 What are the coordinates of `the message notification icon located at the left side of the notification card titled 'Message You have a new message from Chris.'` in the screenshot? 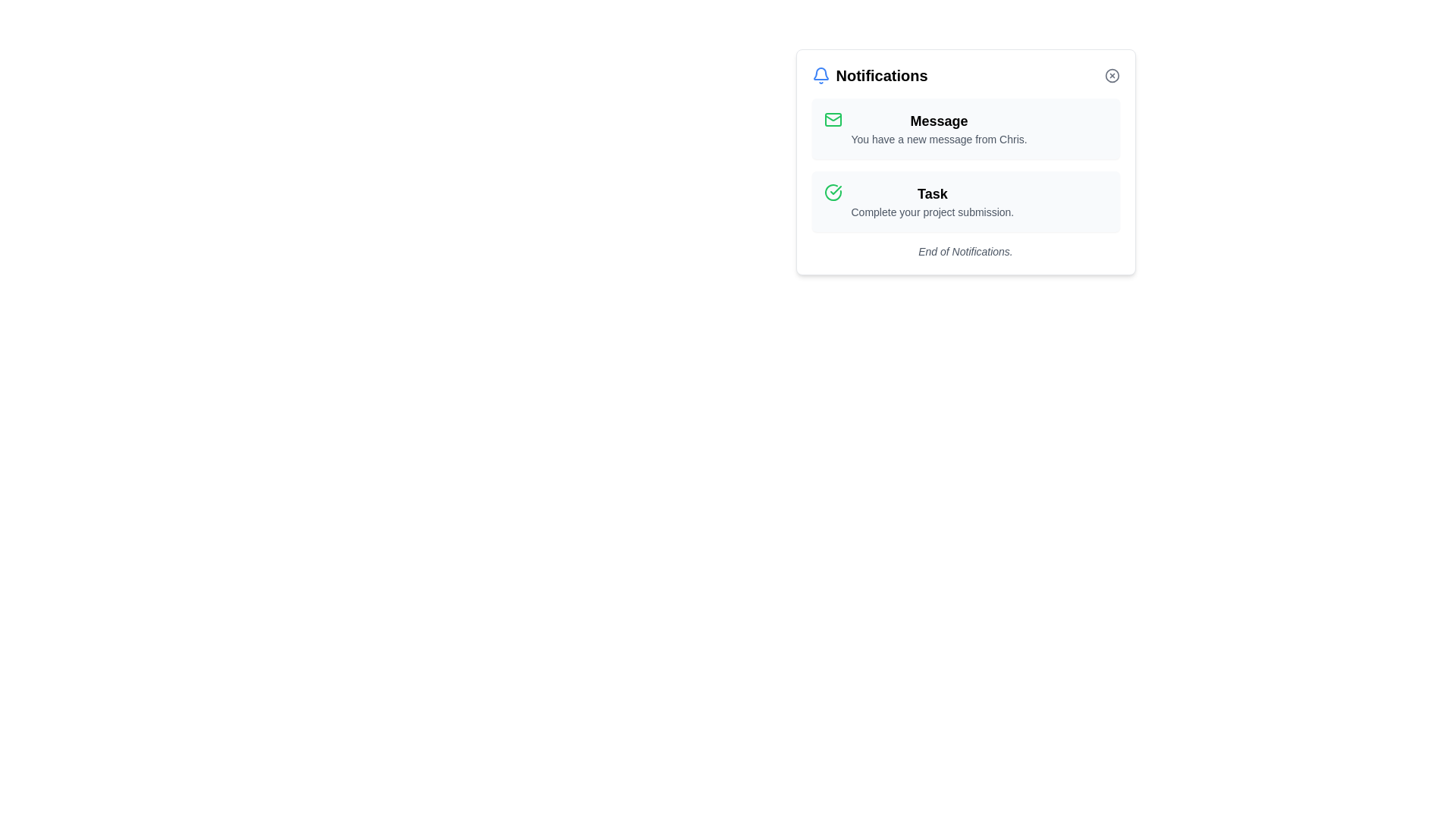 It's located at (832, 119).